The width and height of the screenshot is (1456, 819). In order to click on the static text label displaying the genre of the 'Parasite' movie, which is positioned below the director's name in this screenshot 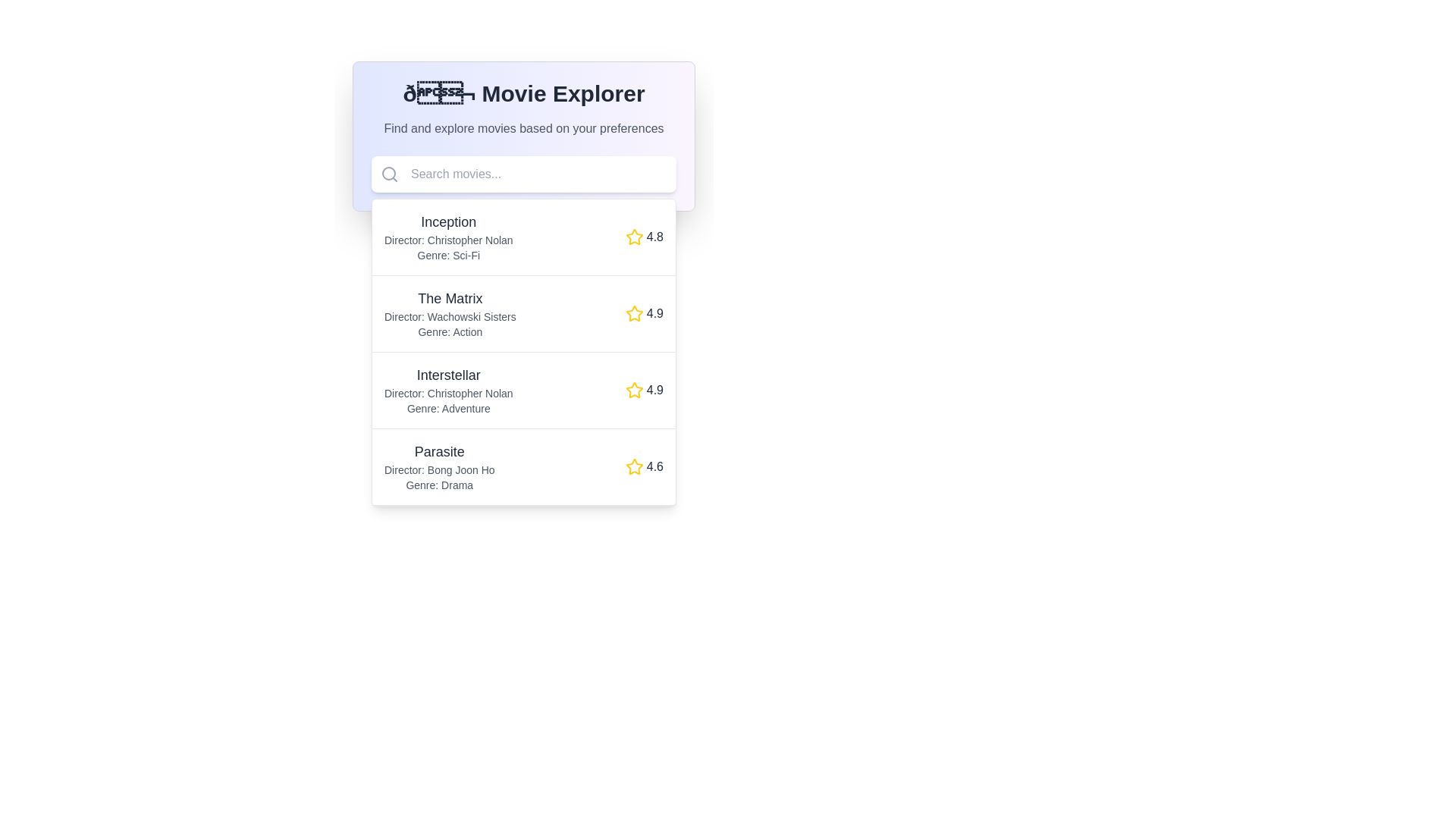, I will do `click(438, 485)`.